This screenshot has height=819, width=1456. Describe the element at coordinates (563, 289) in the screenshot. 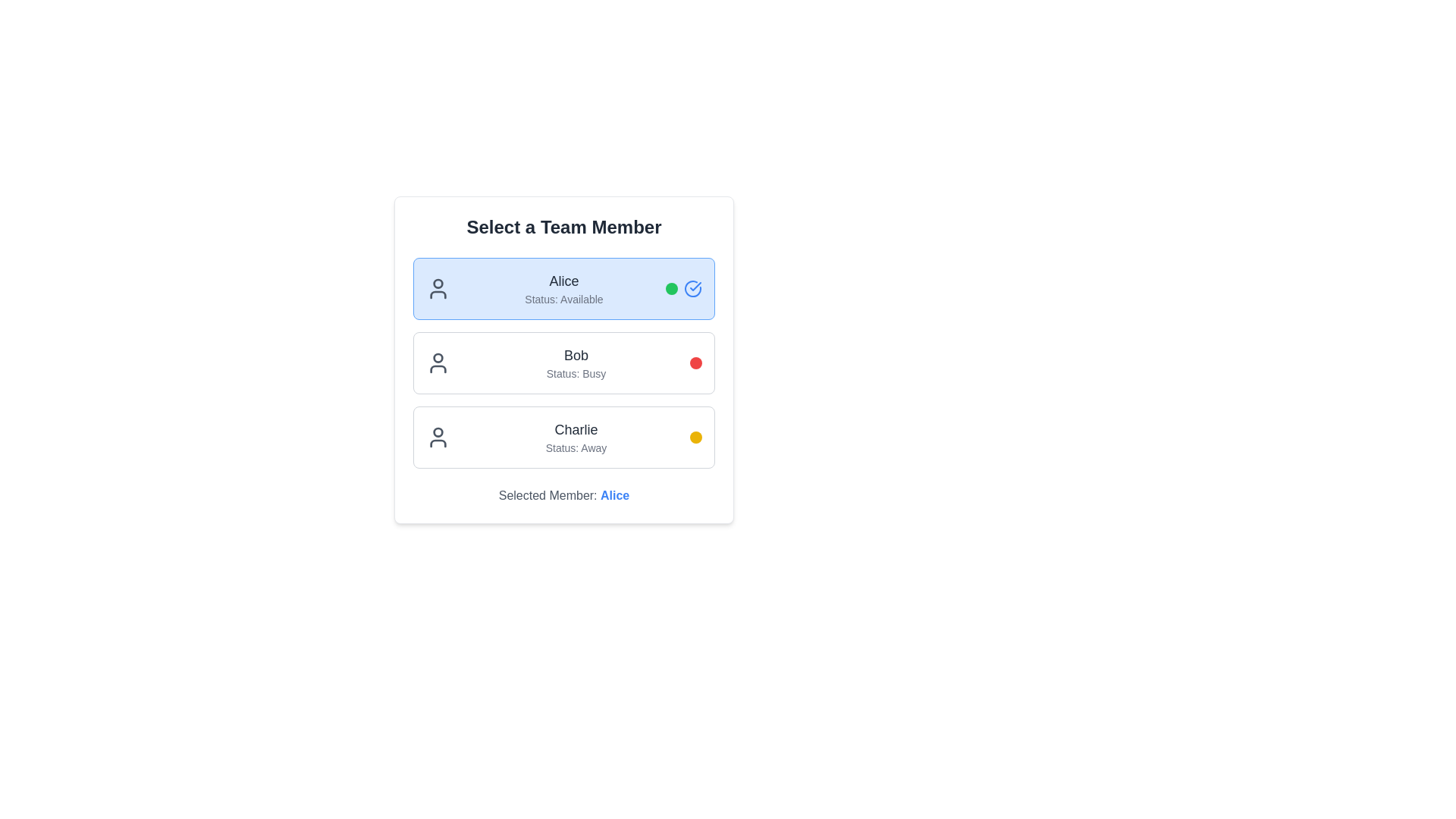

I see `the textual display component showing 'Alice' with the status 'Available' in the 'Select a Team Member' section` at that location.